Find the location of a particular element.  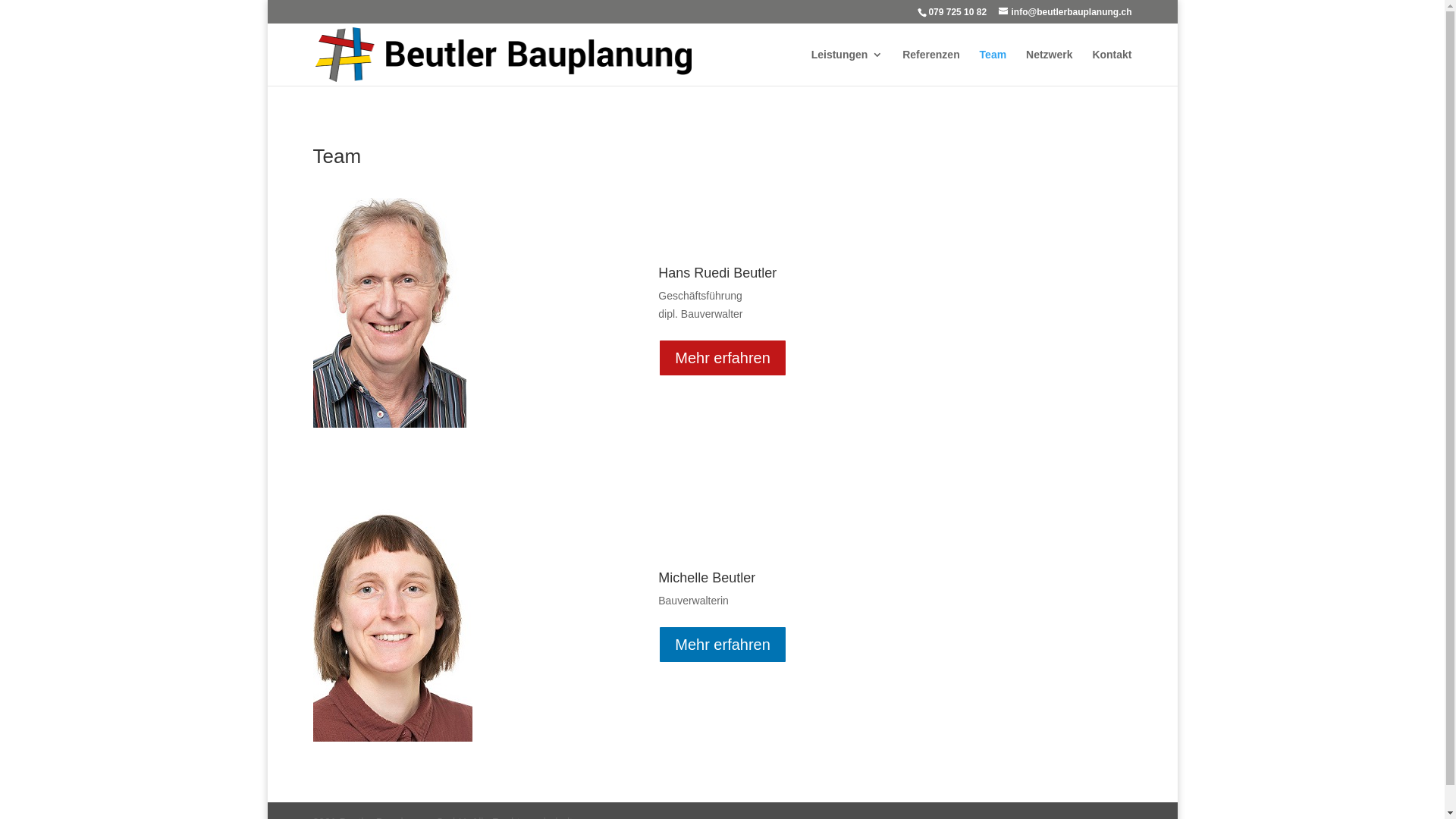

'Beutler_Hans Ruedi_1' is located at coordinates (389, 312).